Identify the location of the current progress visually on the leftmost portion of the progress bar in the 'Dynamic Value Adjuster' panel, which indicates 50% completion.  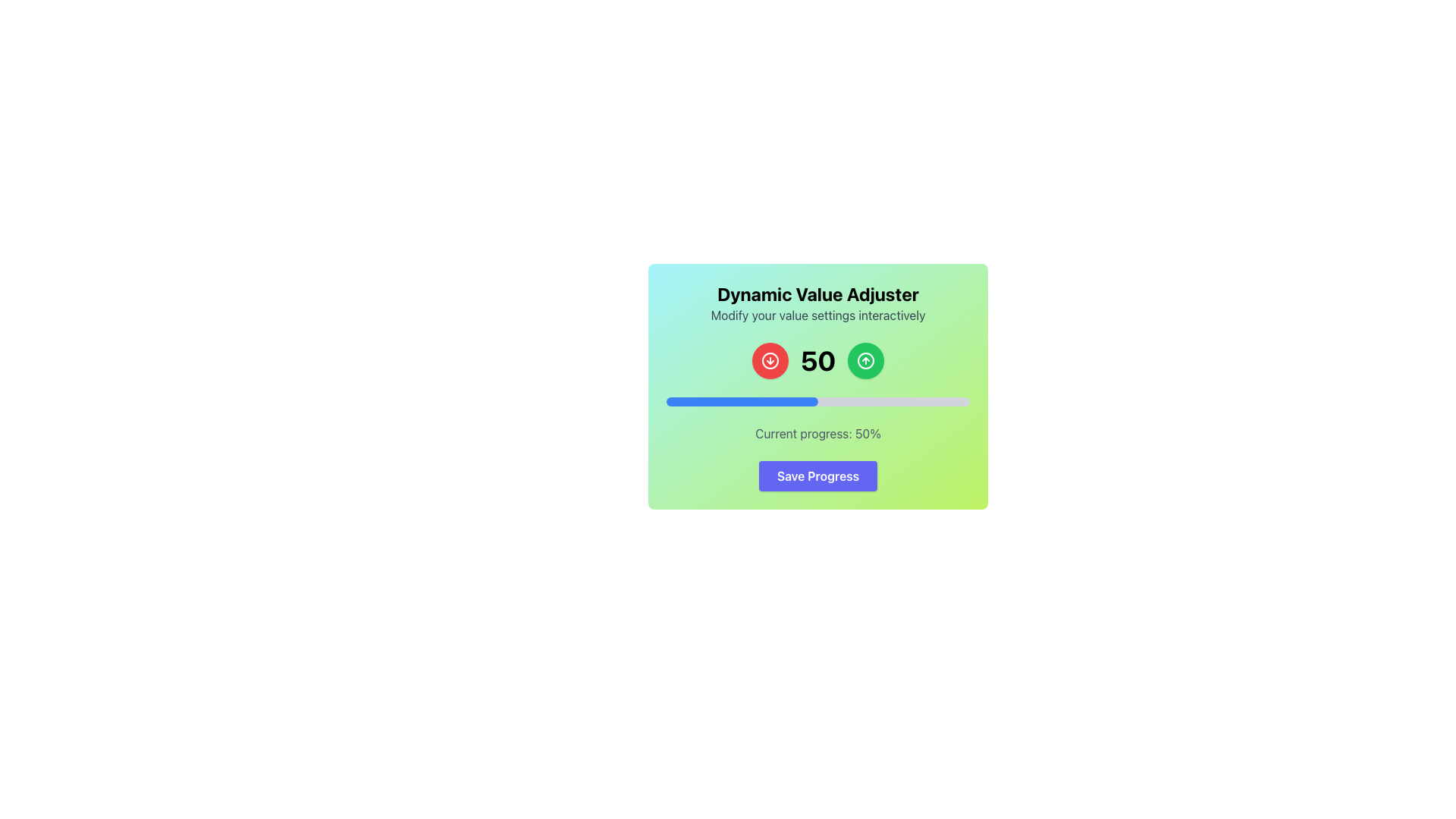
(742, 400).